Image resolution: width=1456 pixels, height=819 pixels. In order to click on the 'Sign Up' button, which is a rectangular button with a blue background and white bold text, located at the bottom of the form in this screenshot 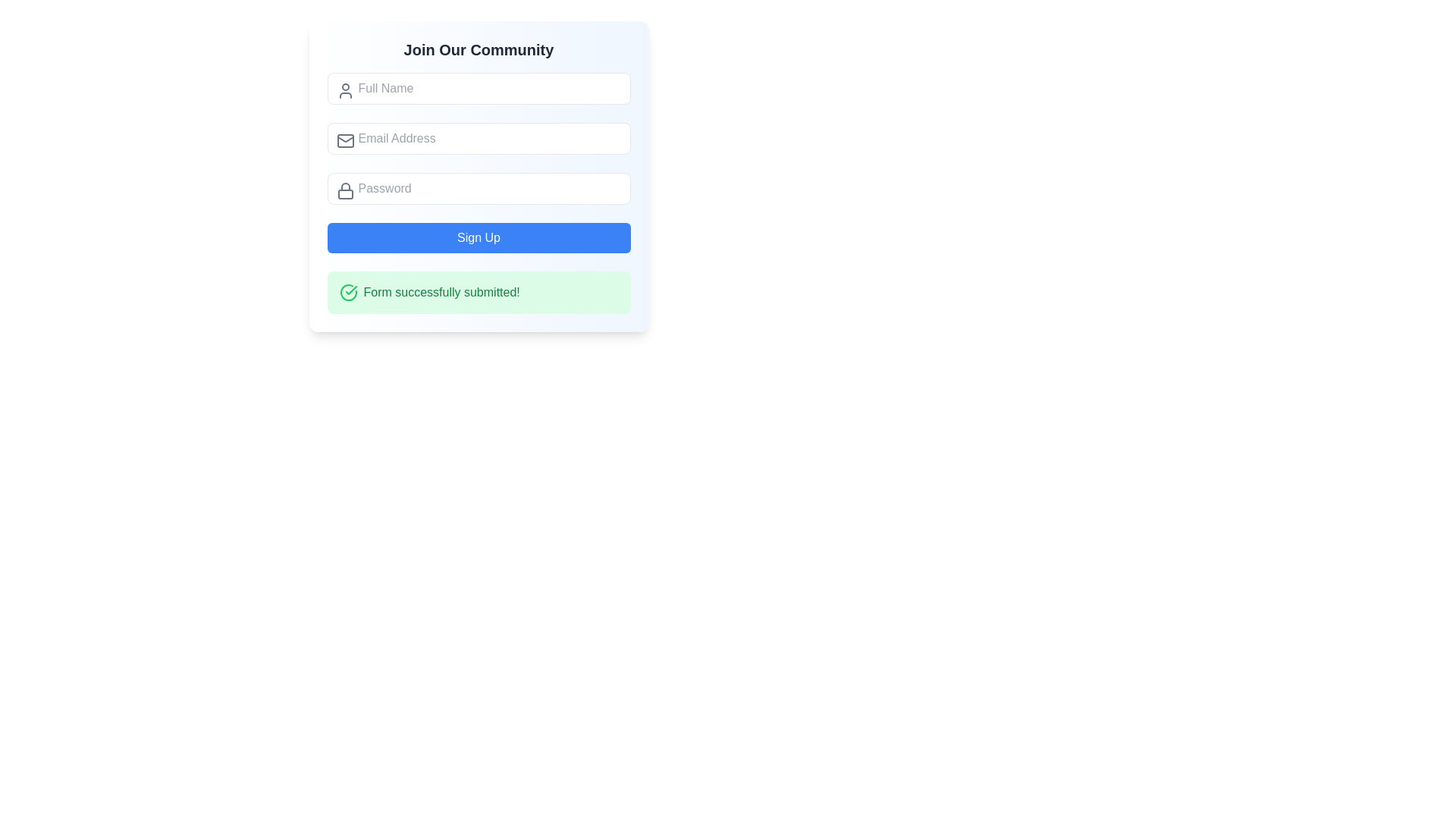, I will do `click(478, 237)`.